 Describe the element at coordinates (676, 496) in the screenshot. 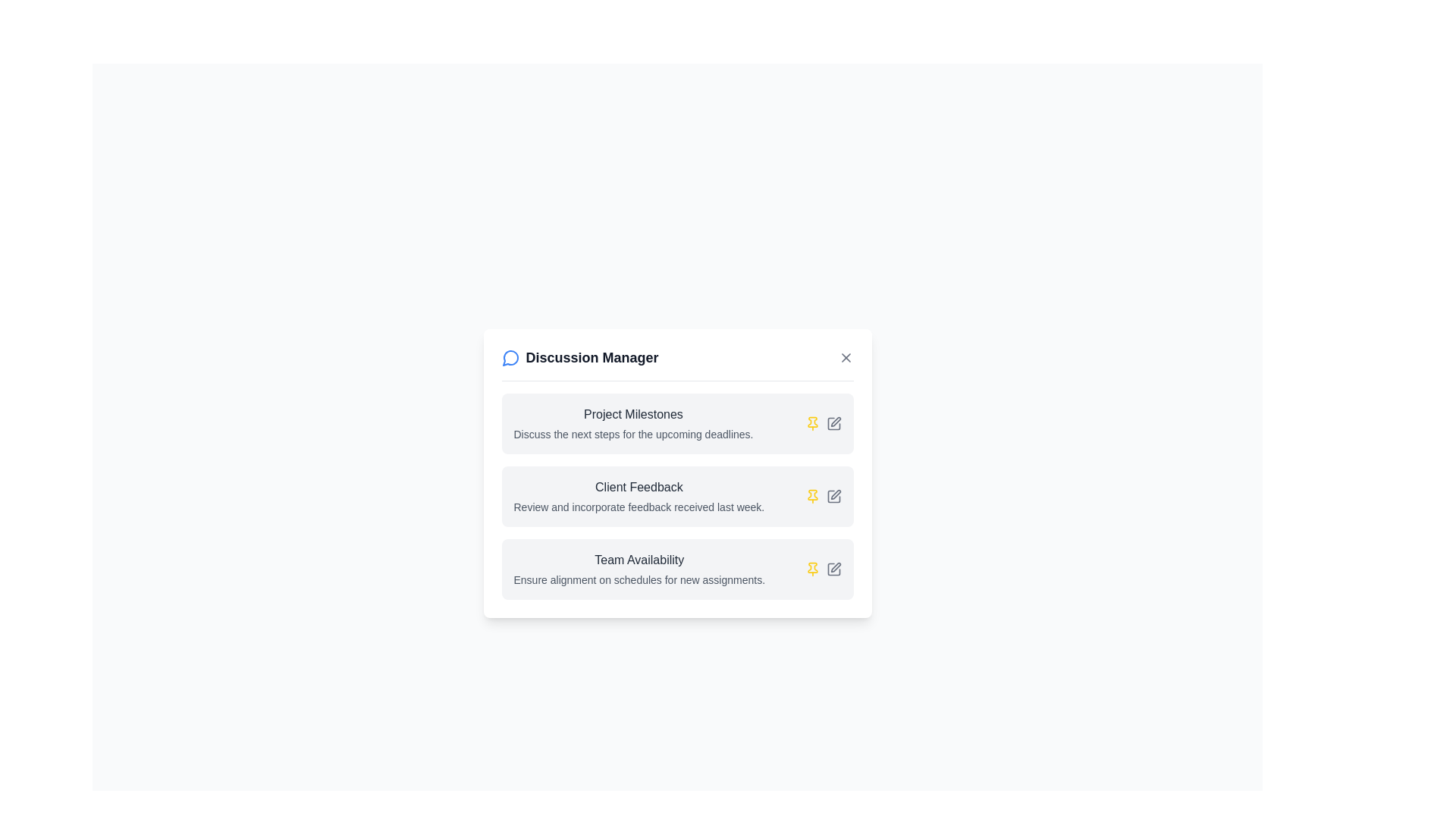

I see `the 'Client Feedback' section` at that location.